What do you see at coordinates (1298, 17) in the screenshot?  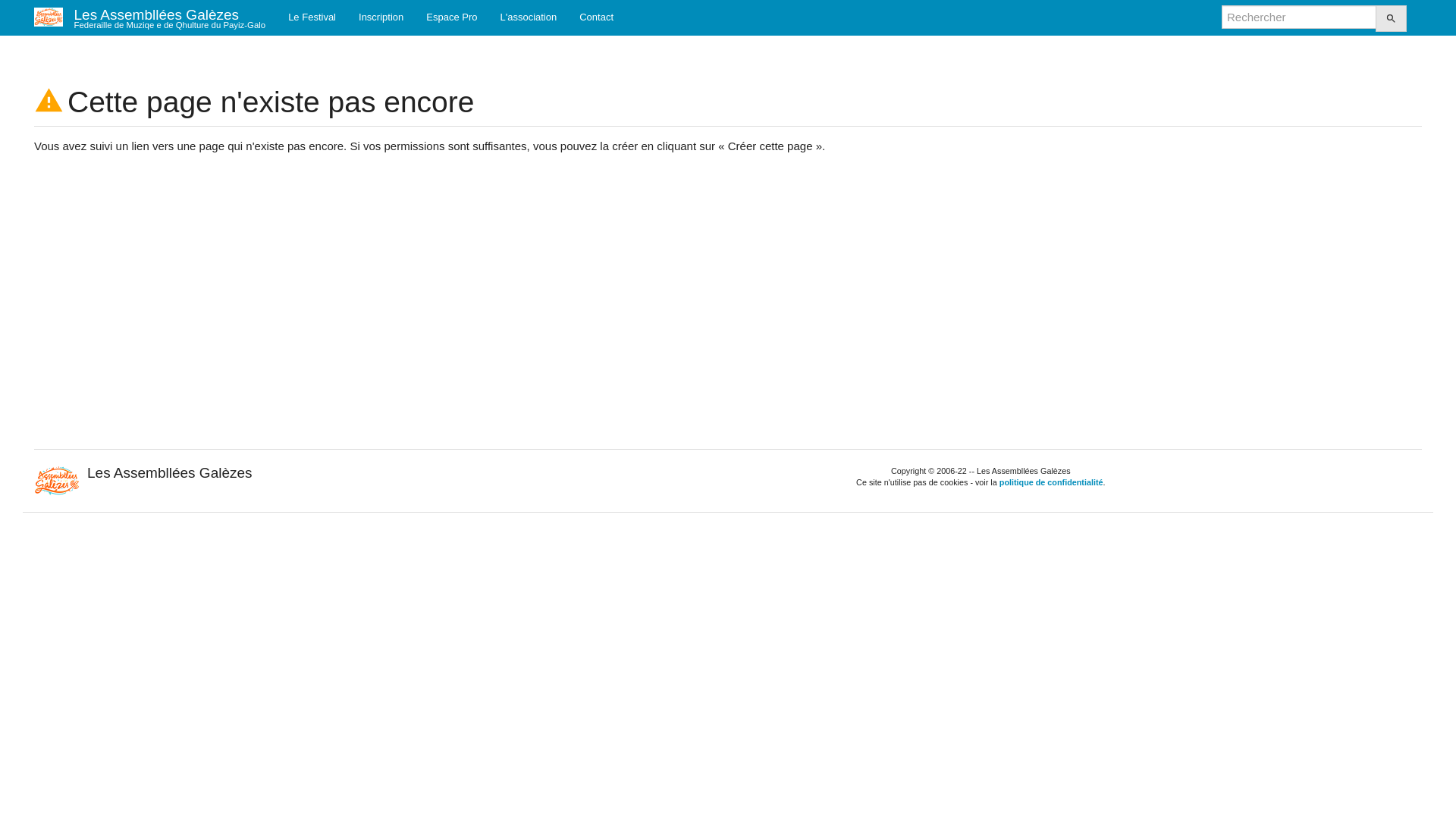 I see `'[F]'` at bounding box center [1298, 17].